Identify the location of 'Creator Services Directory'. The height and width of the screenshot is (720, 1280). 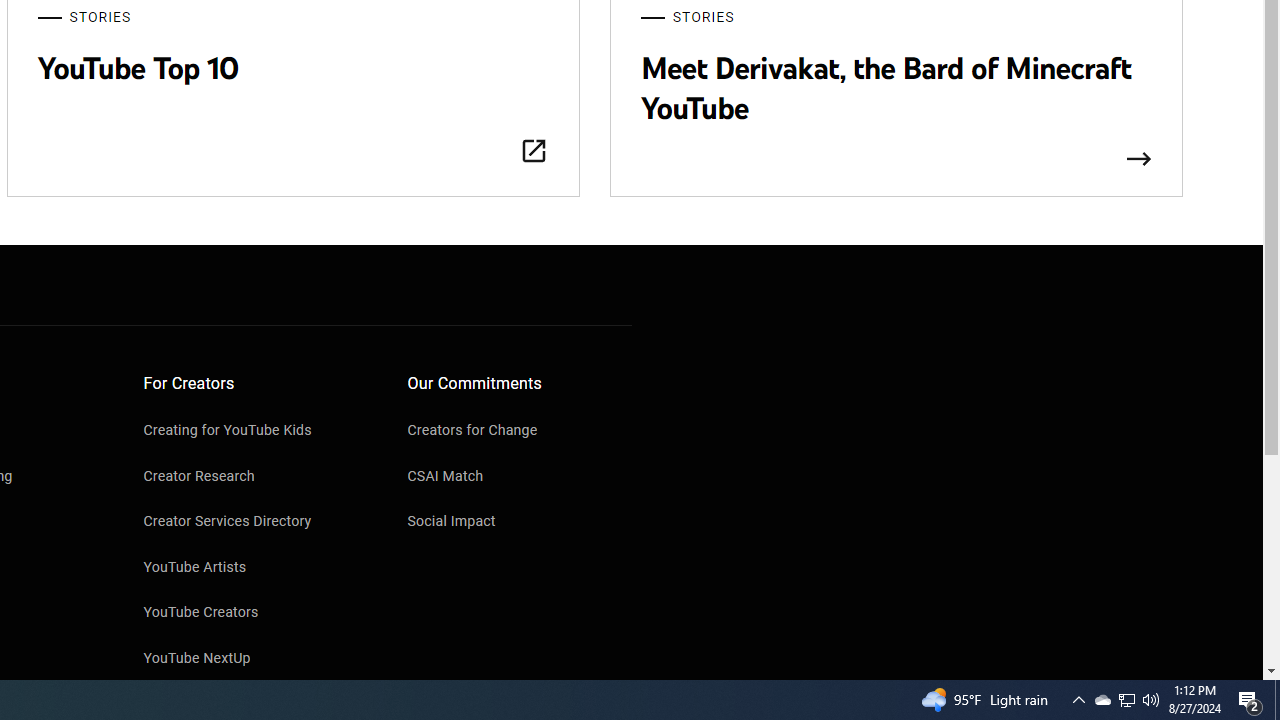
(255, 522).